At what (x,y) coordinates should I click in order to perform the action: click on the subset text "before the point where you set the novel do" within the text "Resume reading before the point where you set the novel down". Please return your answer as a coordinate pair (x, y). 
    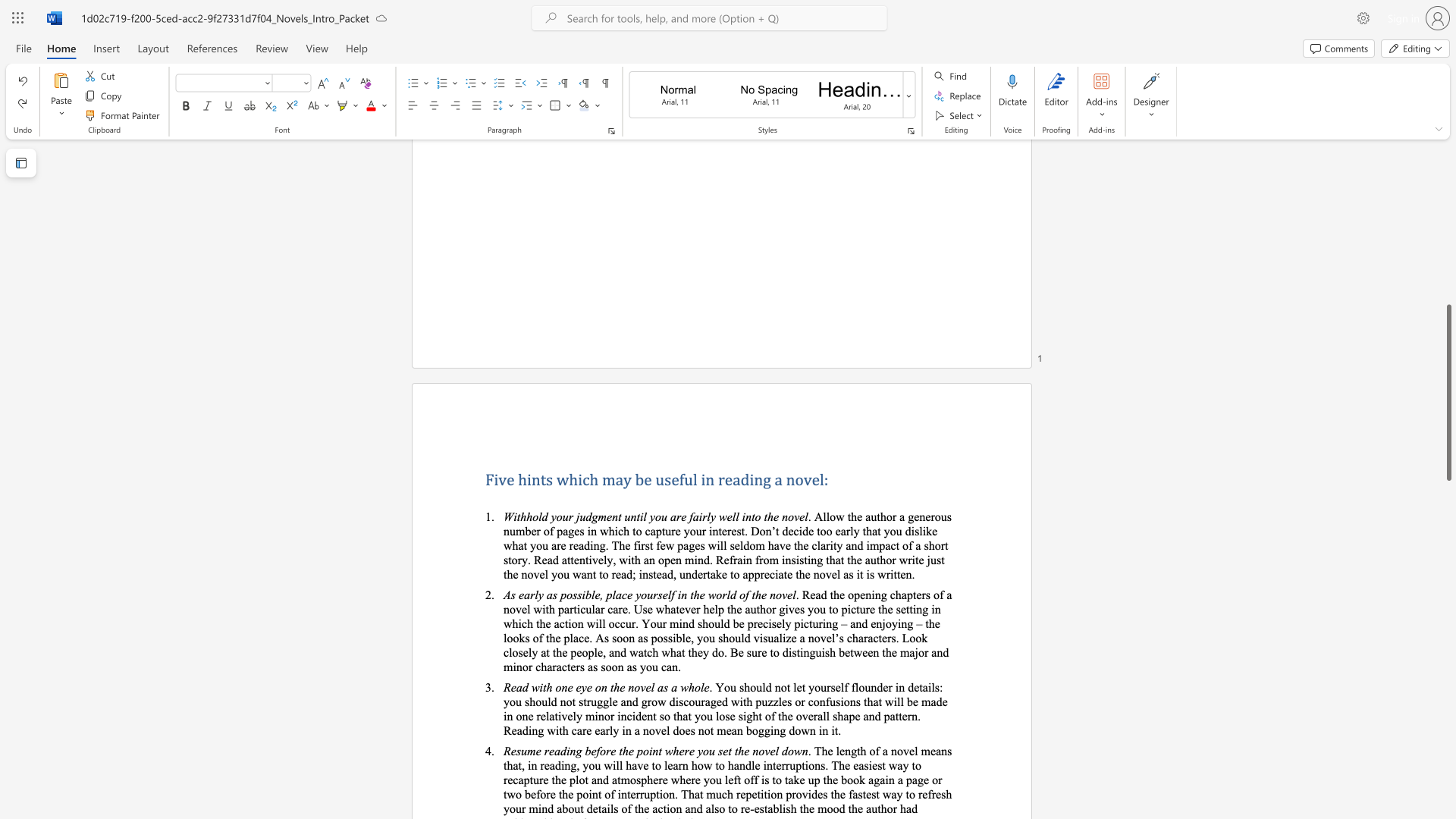
    Looking at the image, I should click on (584, 751).